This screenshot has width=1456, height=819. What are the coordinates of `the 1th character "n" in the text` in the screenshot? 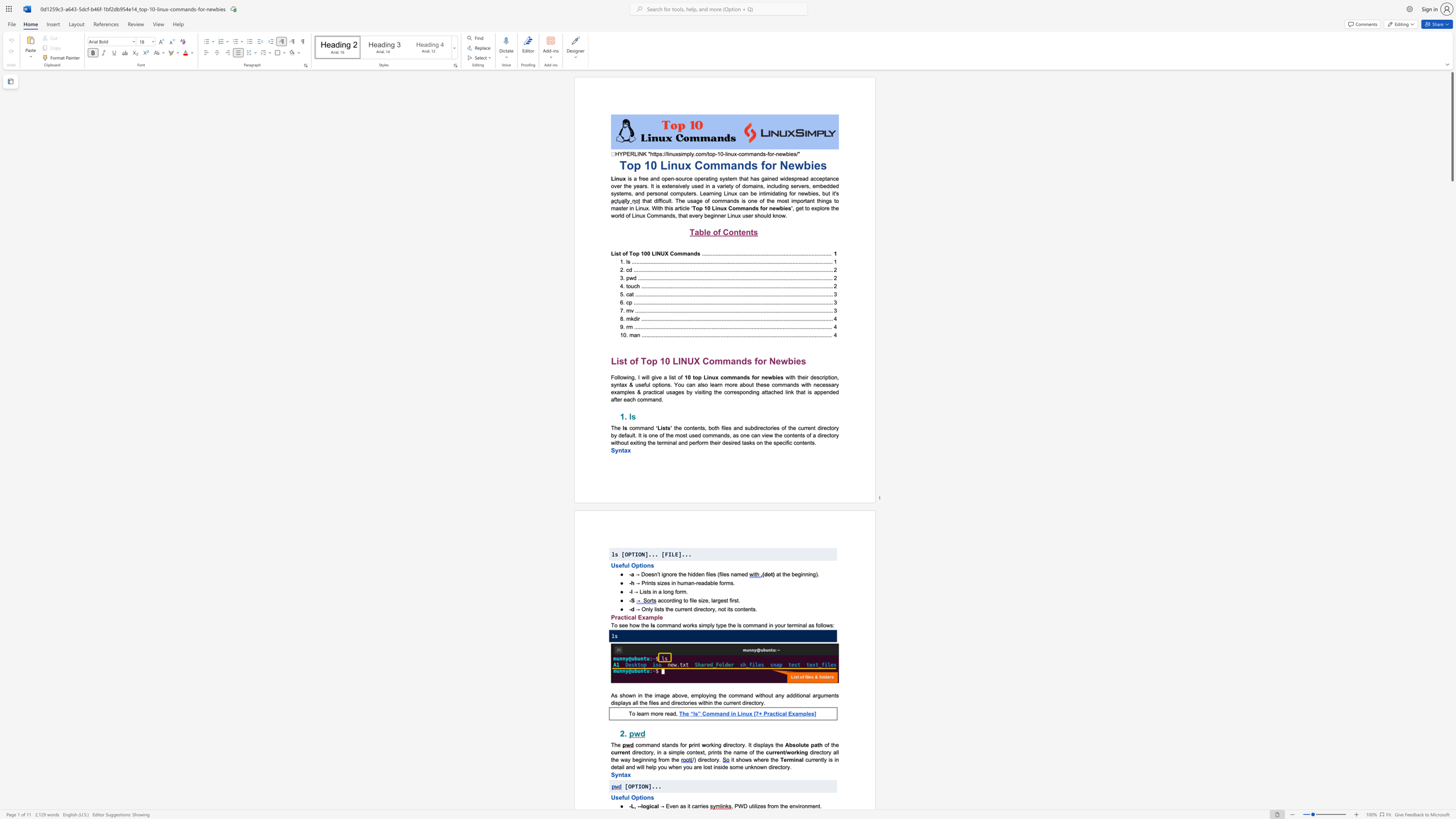 It's located at (648, 565).